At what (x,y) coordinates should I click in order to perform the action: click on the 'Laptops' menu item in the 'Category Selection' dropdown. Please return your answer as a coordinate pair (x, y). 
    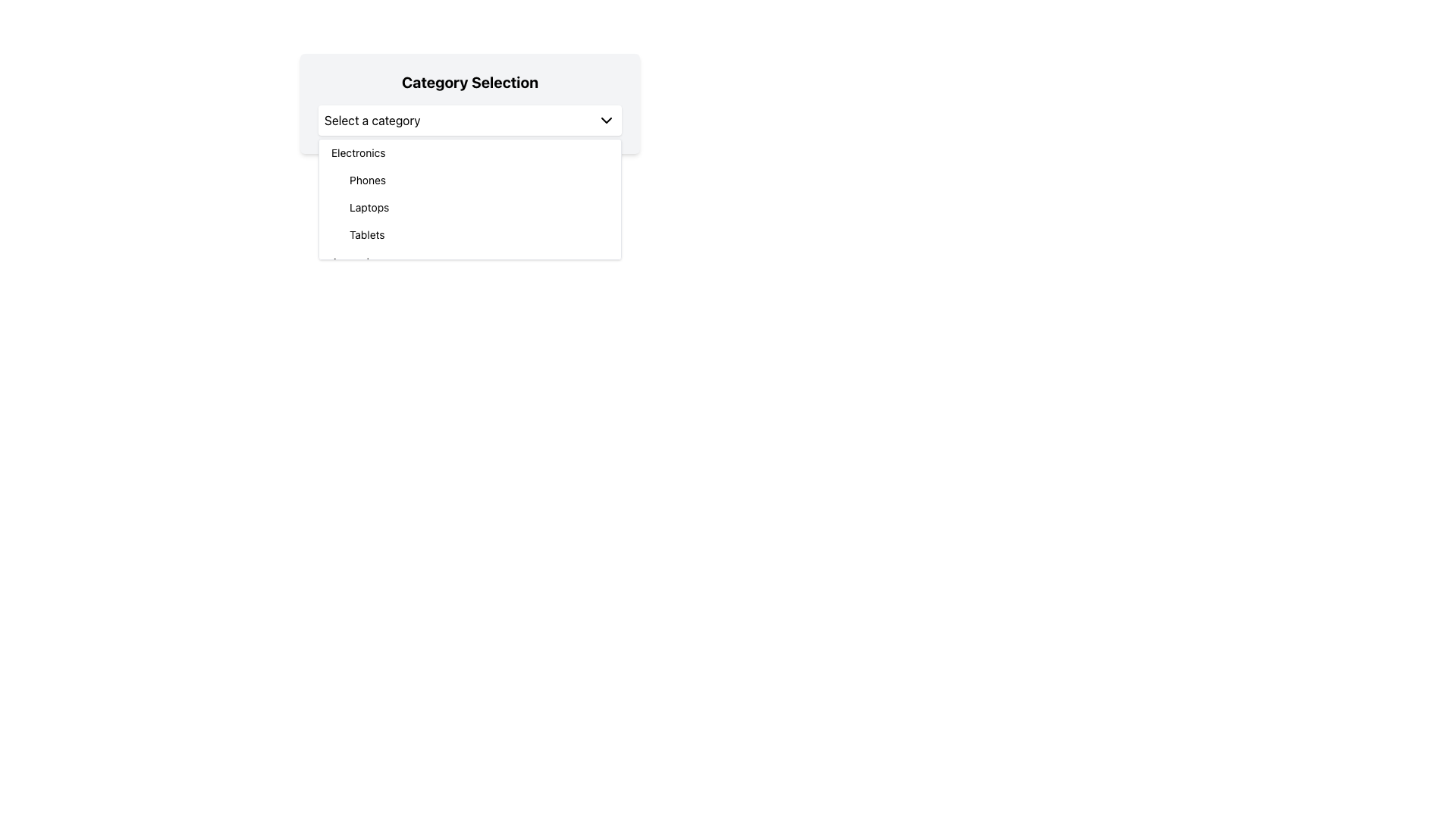
    Looking at the image, I should click on (479, 207).